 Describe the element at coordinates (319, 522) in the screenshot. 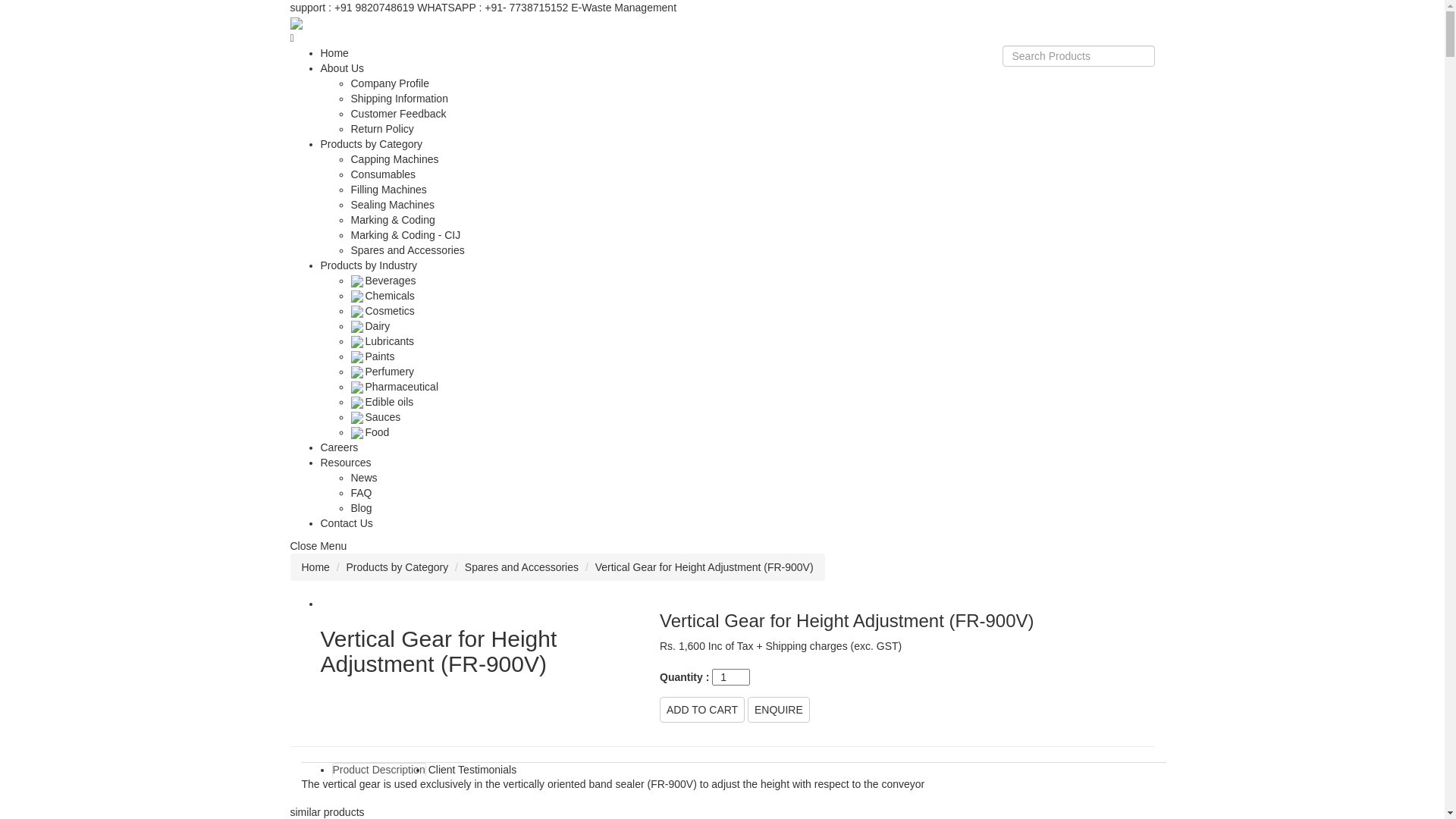

I see `'Contact Us'` at that location.